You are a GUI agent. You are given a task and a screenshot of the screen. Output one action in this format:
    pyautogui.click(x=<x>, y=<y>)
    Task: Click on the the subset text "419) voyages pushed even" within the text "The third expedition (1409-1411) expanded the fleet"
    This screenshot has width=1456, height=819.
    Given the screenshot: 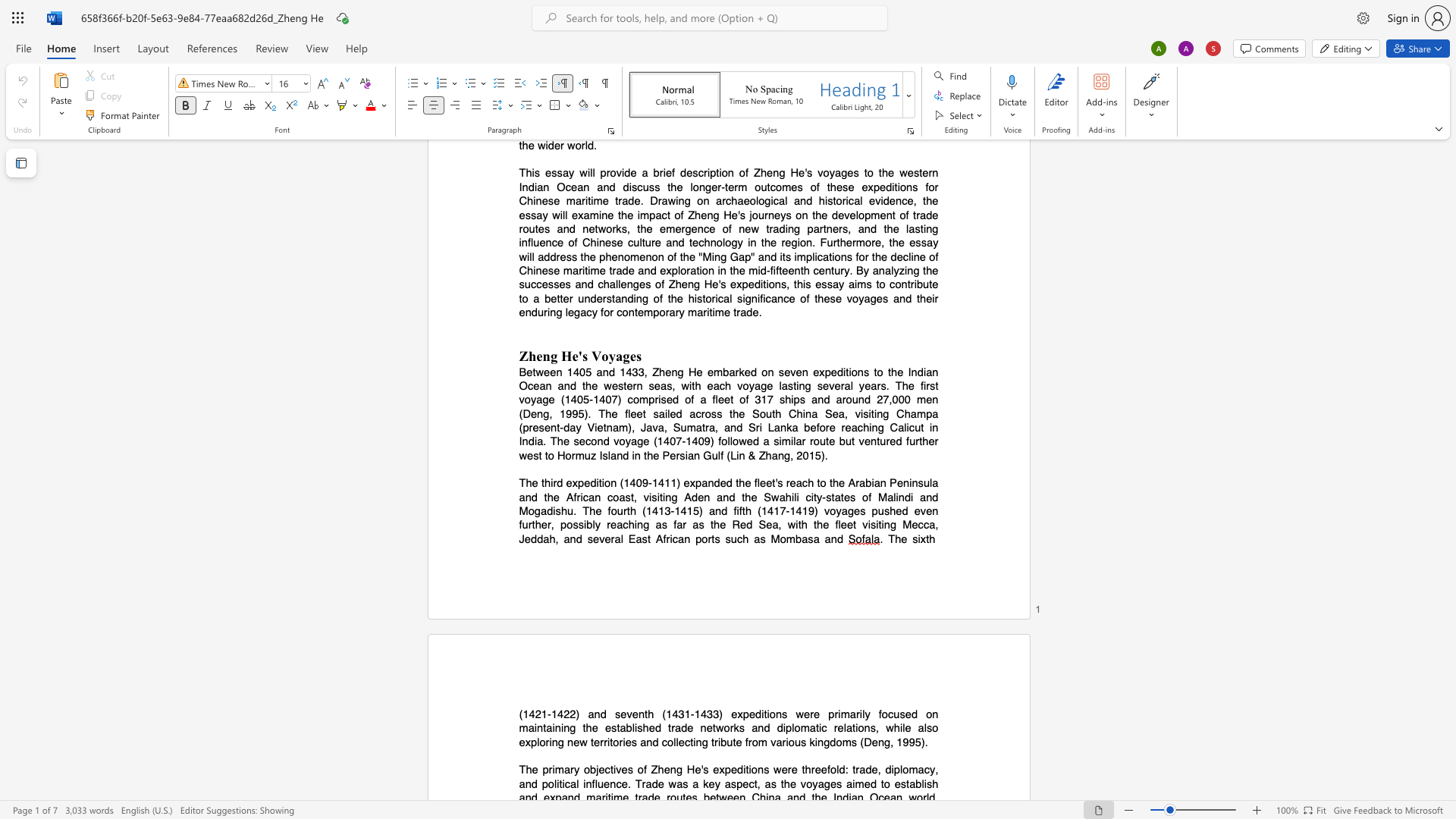 What is the action you would take?
    pyautogui.click(x=795, y=511)
    